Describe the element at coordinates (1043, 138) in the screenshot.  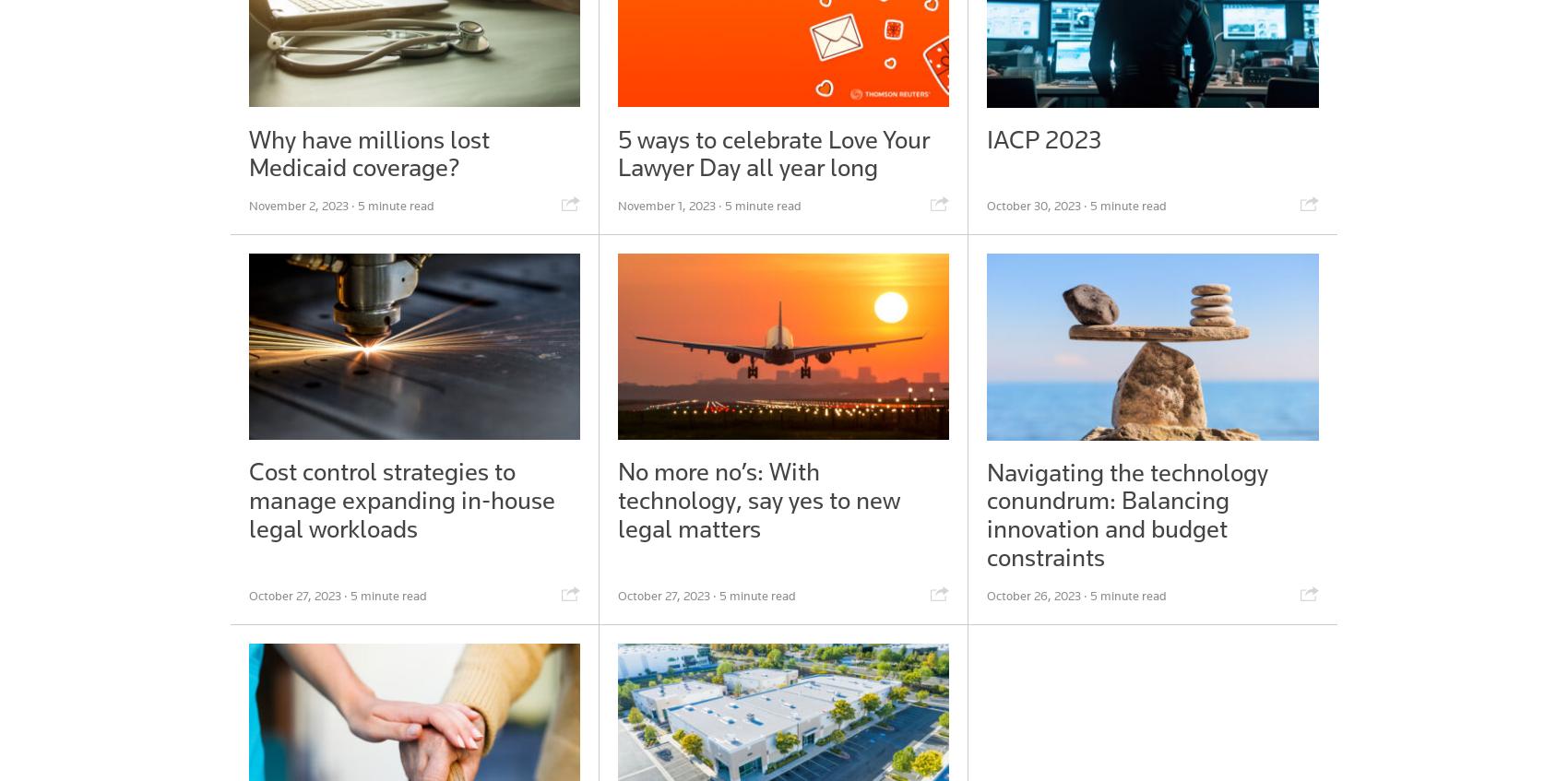
I see `'IACP 2023'` at that location.